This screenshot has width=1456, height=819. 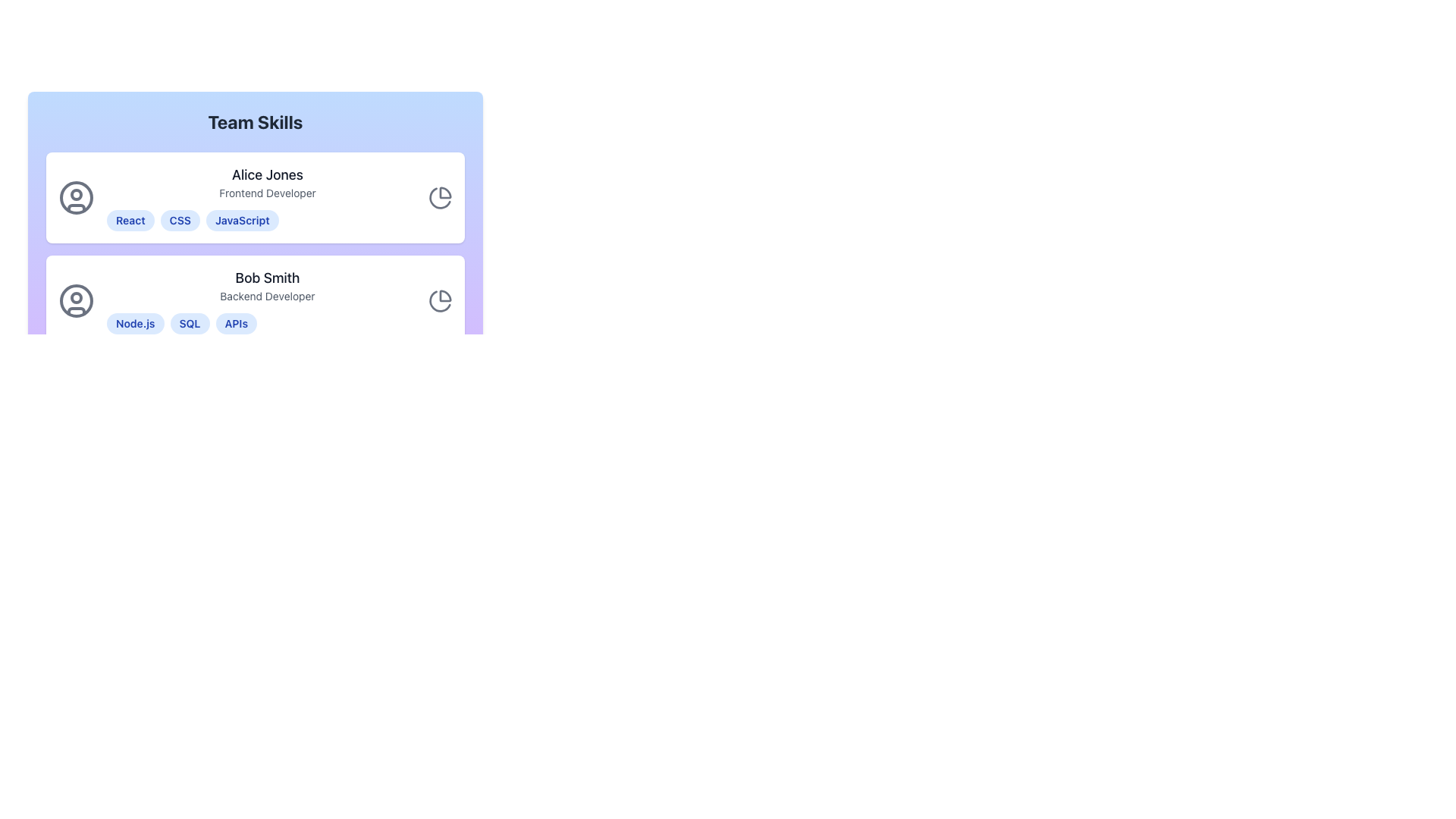 I want to click on the small circular shape within the profile icon of 'Bob Smith' in the second user card, so click(x=75, y=298).